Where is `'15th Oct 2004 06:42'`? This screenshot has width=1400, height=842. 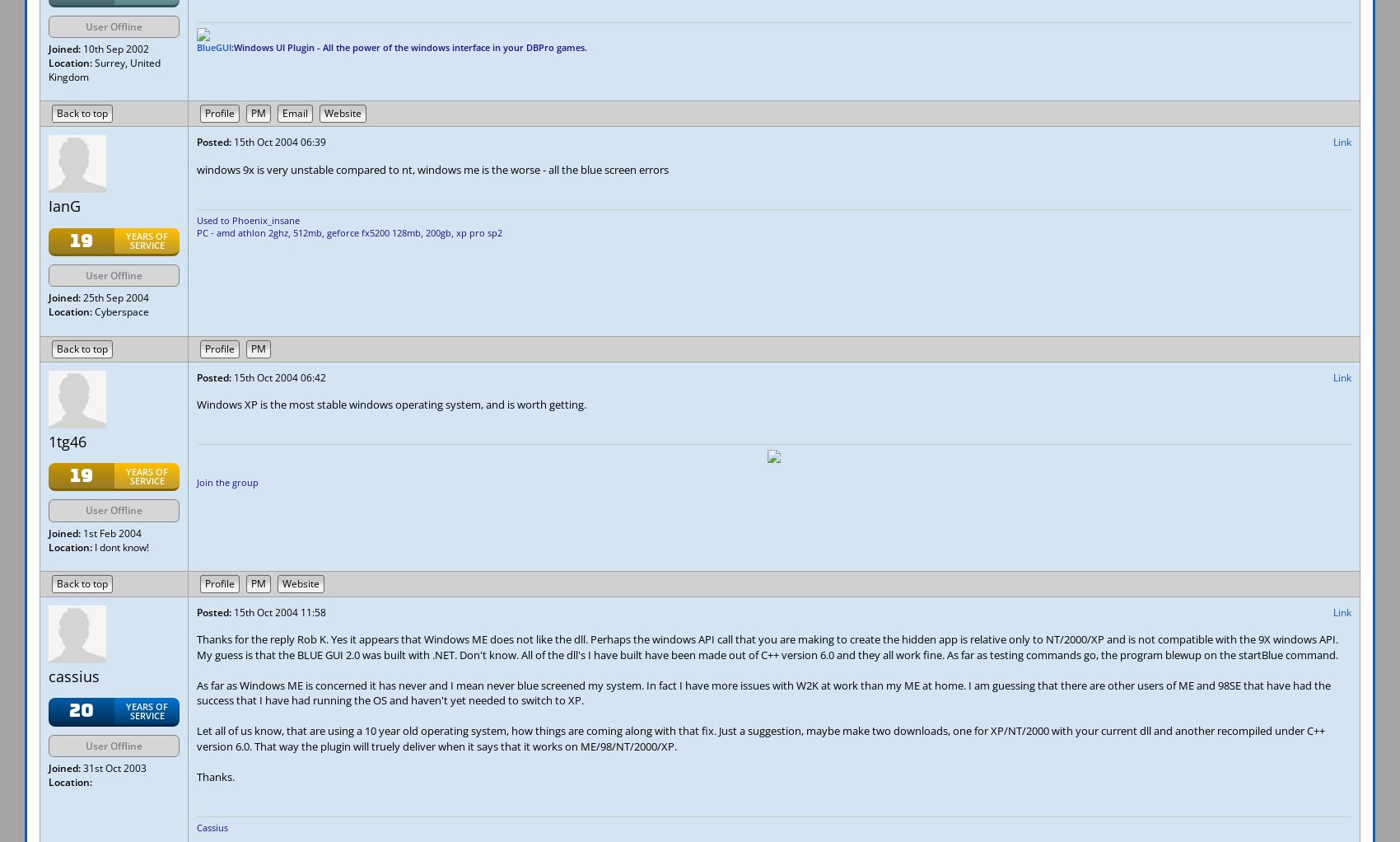
'15th Oct 2004 06:42' is located at coordinates (278, 376).